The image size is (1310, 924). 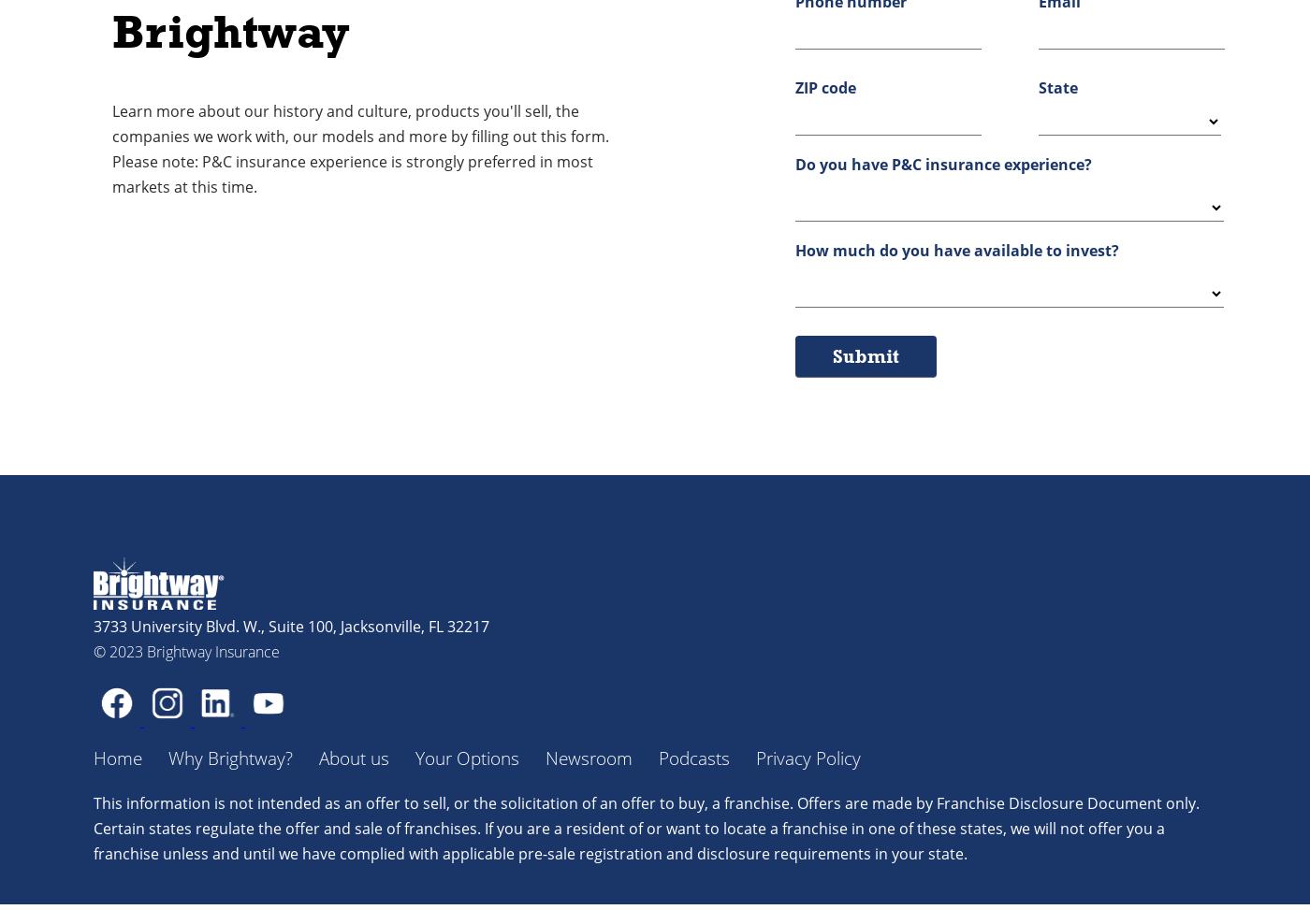 I want to click on 'About us', so click(x=354, y=758).